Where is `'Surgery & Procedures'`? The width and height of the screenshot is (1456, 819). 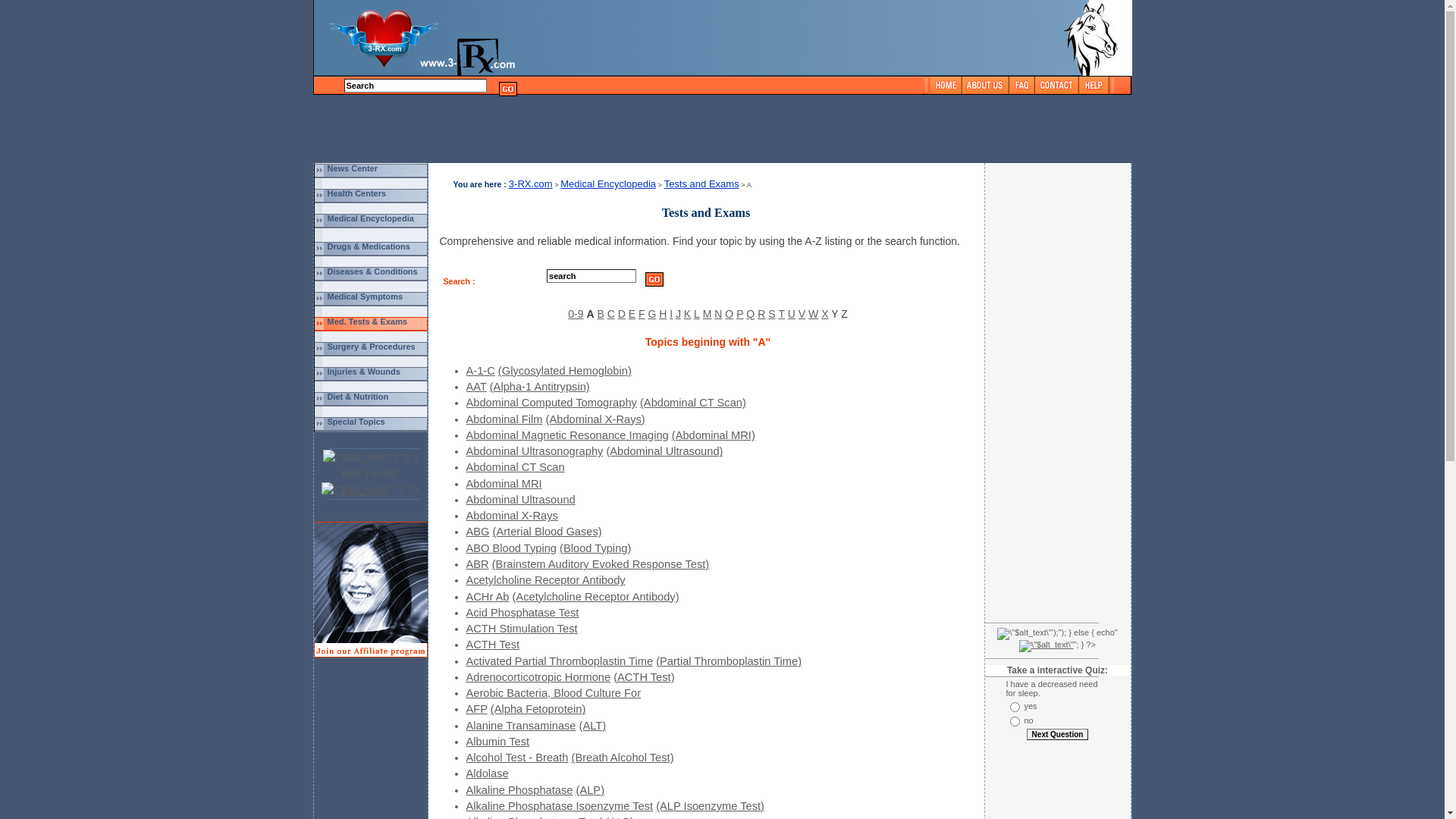
'Surgery & Procedures' is located at coordinates (327, 346).